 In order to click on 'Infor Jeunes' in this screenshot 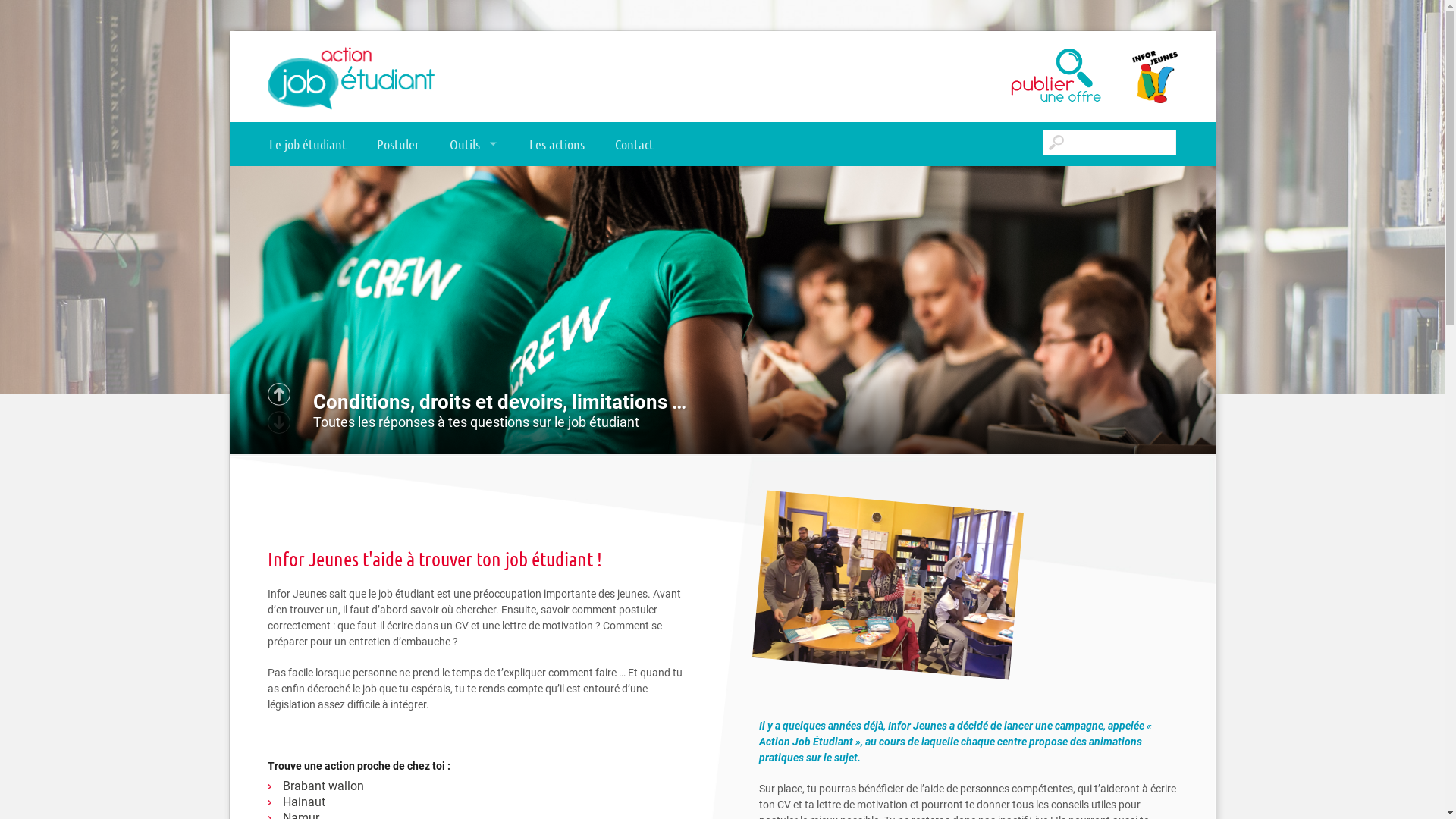, I will do `click(1139, 76)`.